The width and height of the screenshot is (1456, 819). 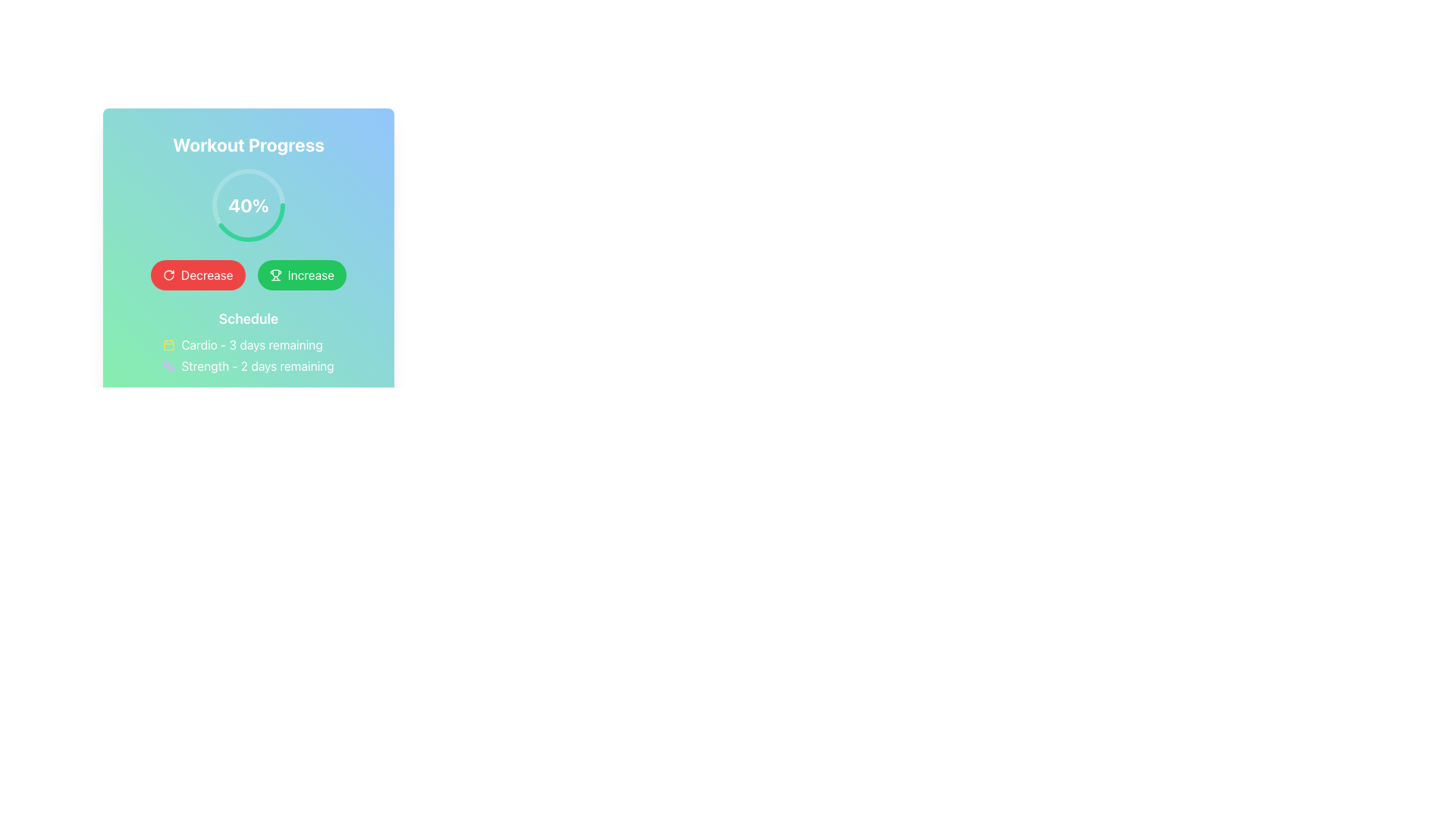 I want to click on the leftmost button that decreases the value, located directly below the '40%' progress indicator and to the left of the 'Increase' button, so click(x=197, y=275).